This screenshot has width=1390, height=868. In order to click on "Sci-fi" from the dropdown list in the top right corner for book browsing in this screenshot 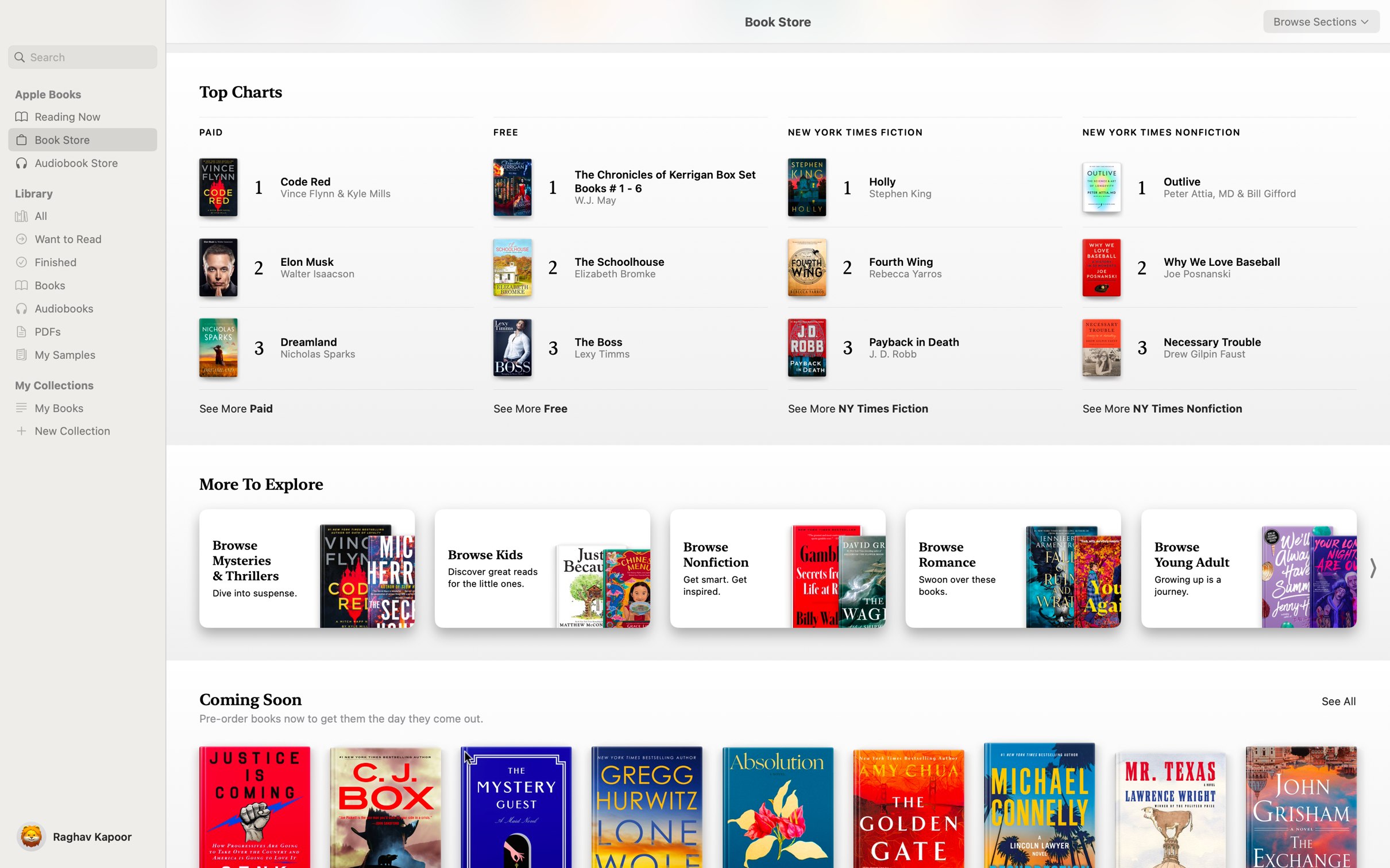, I will do `click(1321, 21)`.